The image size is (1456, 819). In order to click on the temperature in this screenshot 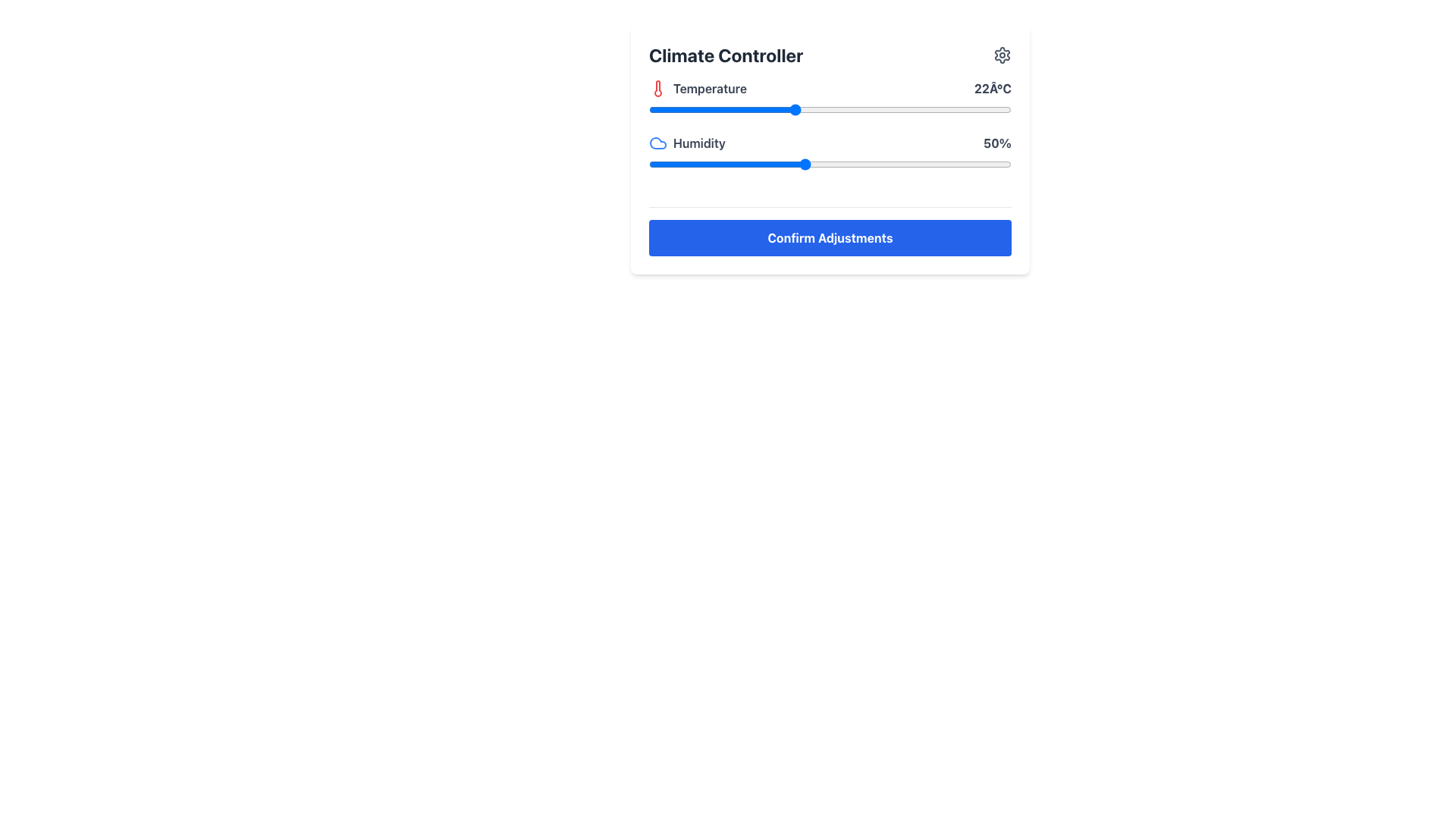, I will do `click(770, 109)`.